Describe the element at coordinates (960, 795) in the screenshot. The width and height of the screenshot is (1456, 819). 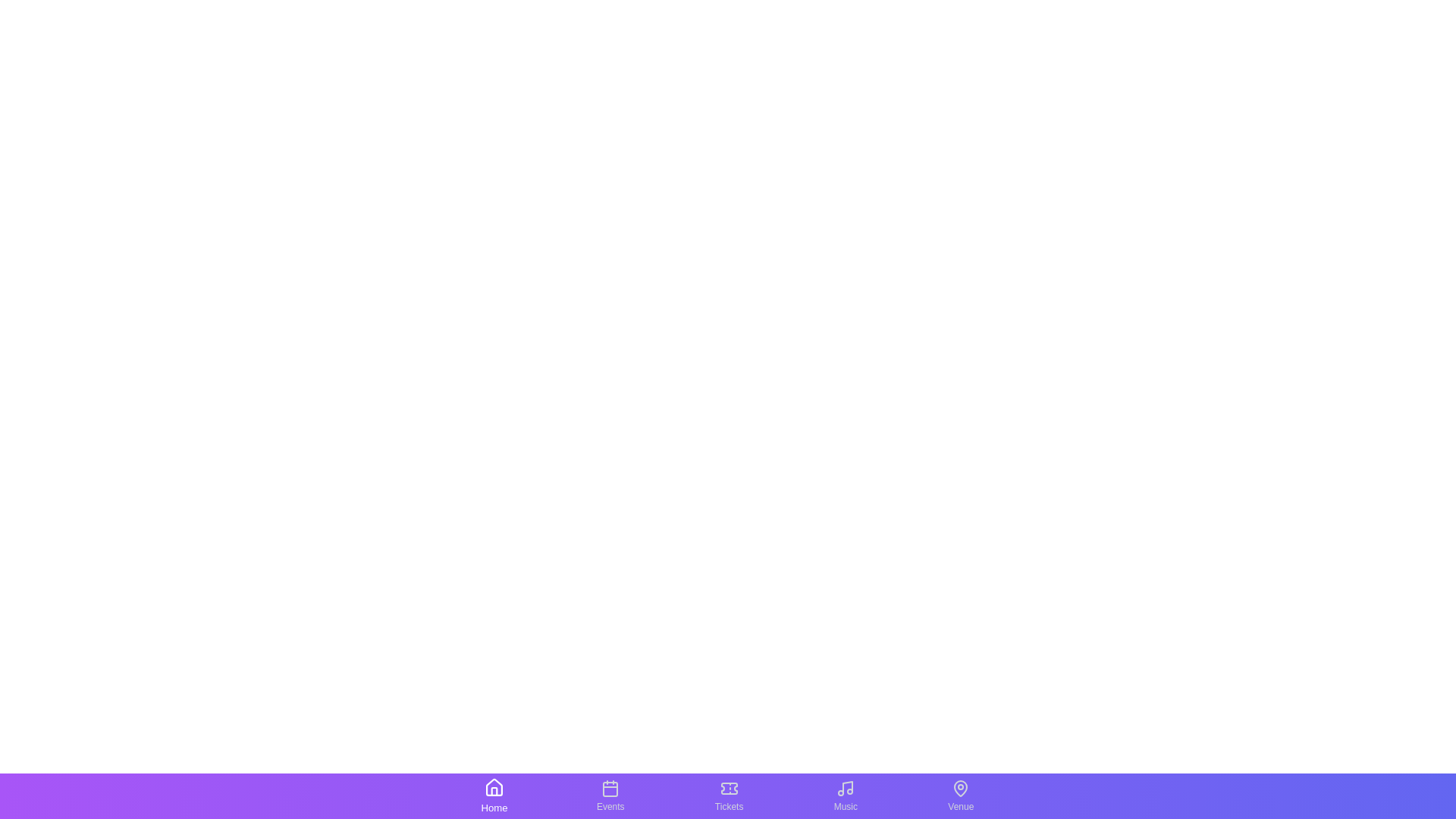
I see `the tab labeled Venue to navigate to its section` at that location.